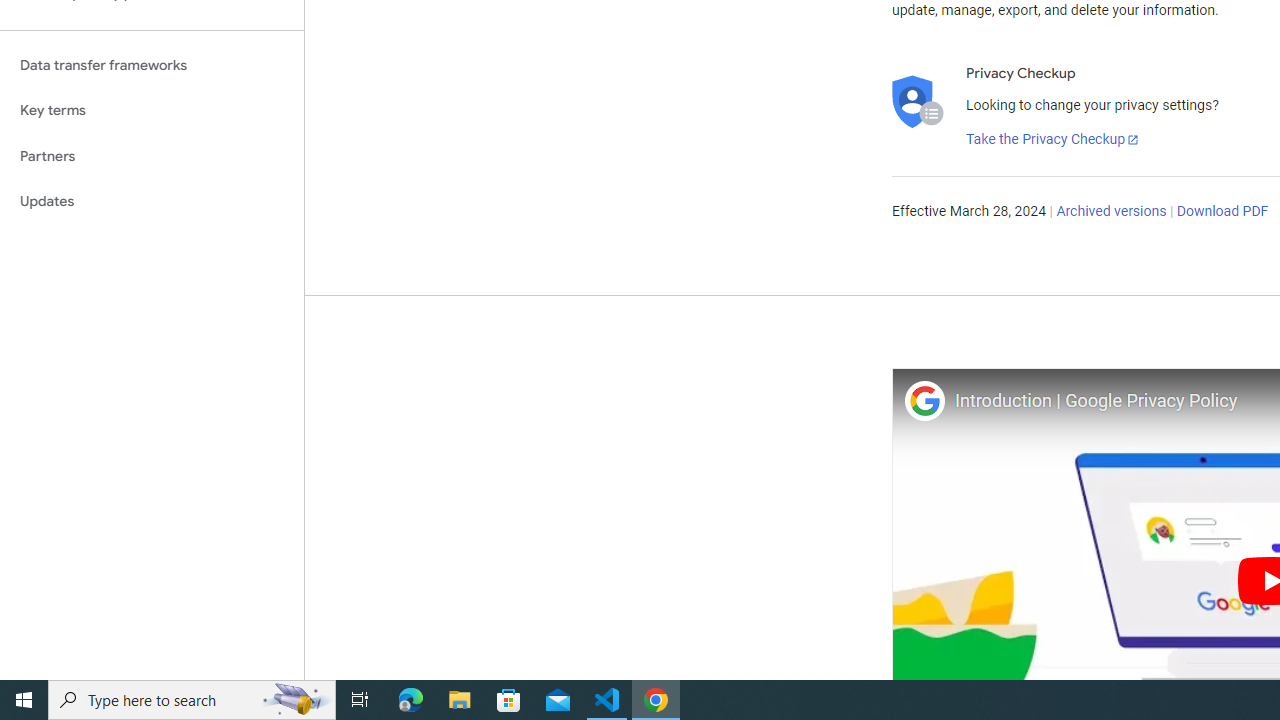  Describe the element at coordinates (151, 201) in the screenshot. I see `'Updates'` at that location.